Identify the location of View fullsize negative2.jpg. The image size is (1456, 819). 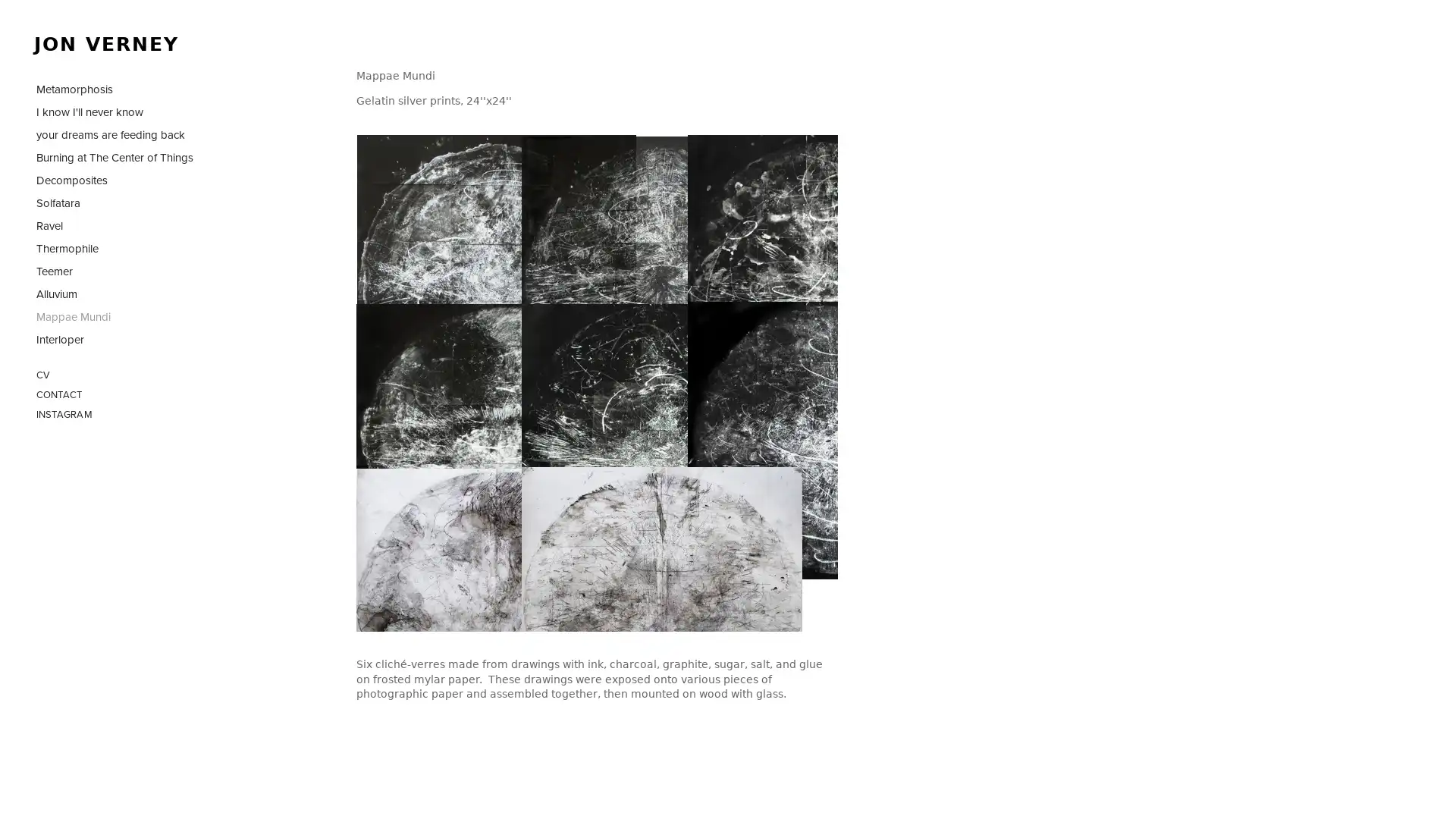
(596, 540).